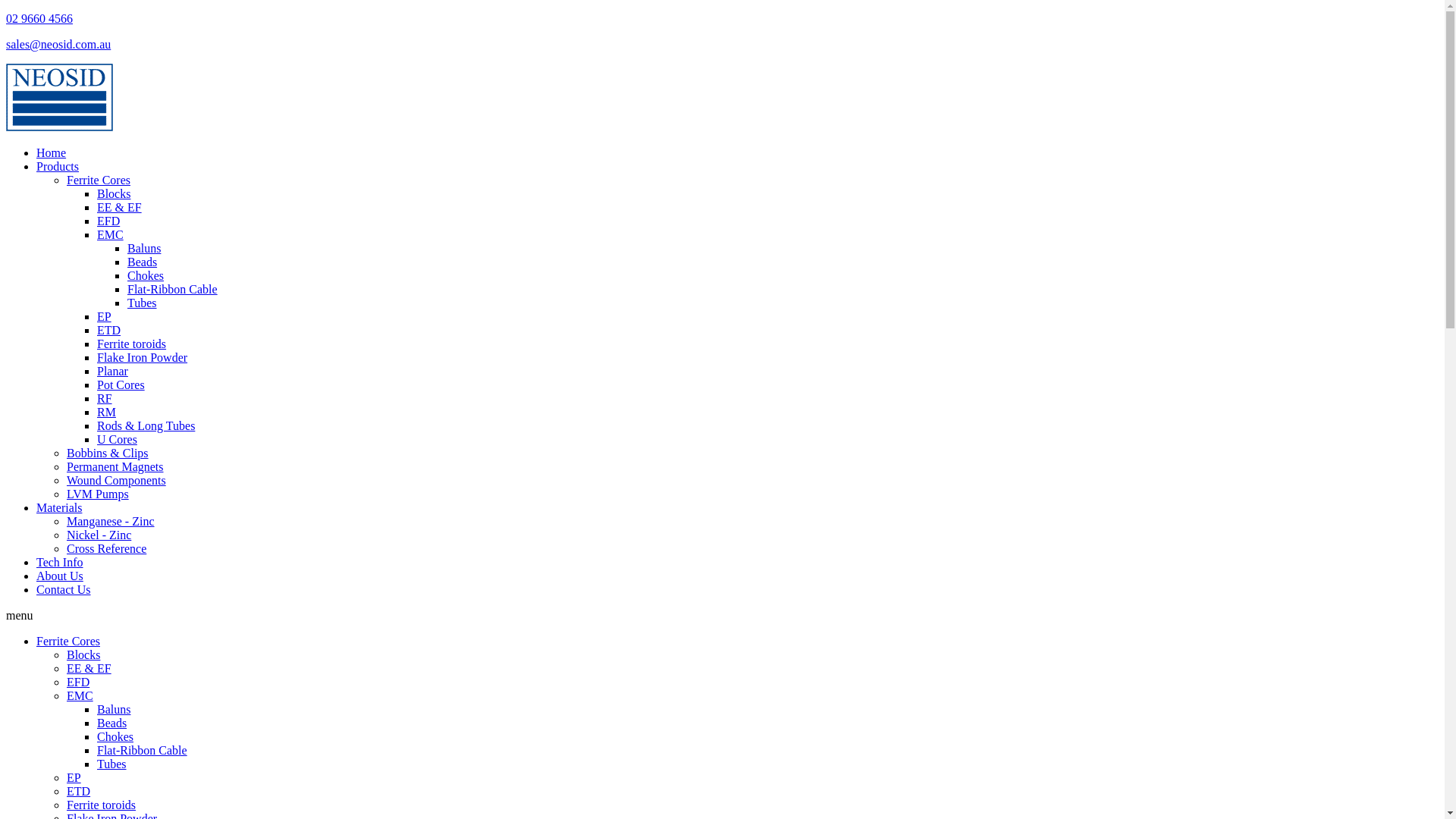 The image size is (1456, 819). Describe the element at coordinates (115, 466) in the screenshot. I see `'Permanent Magnets'` at that location.